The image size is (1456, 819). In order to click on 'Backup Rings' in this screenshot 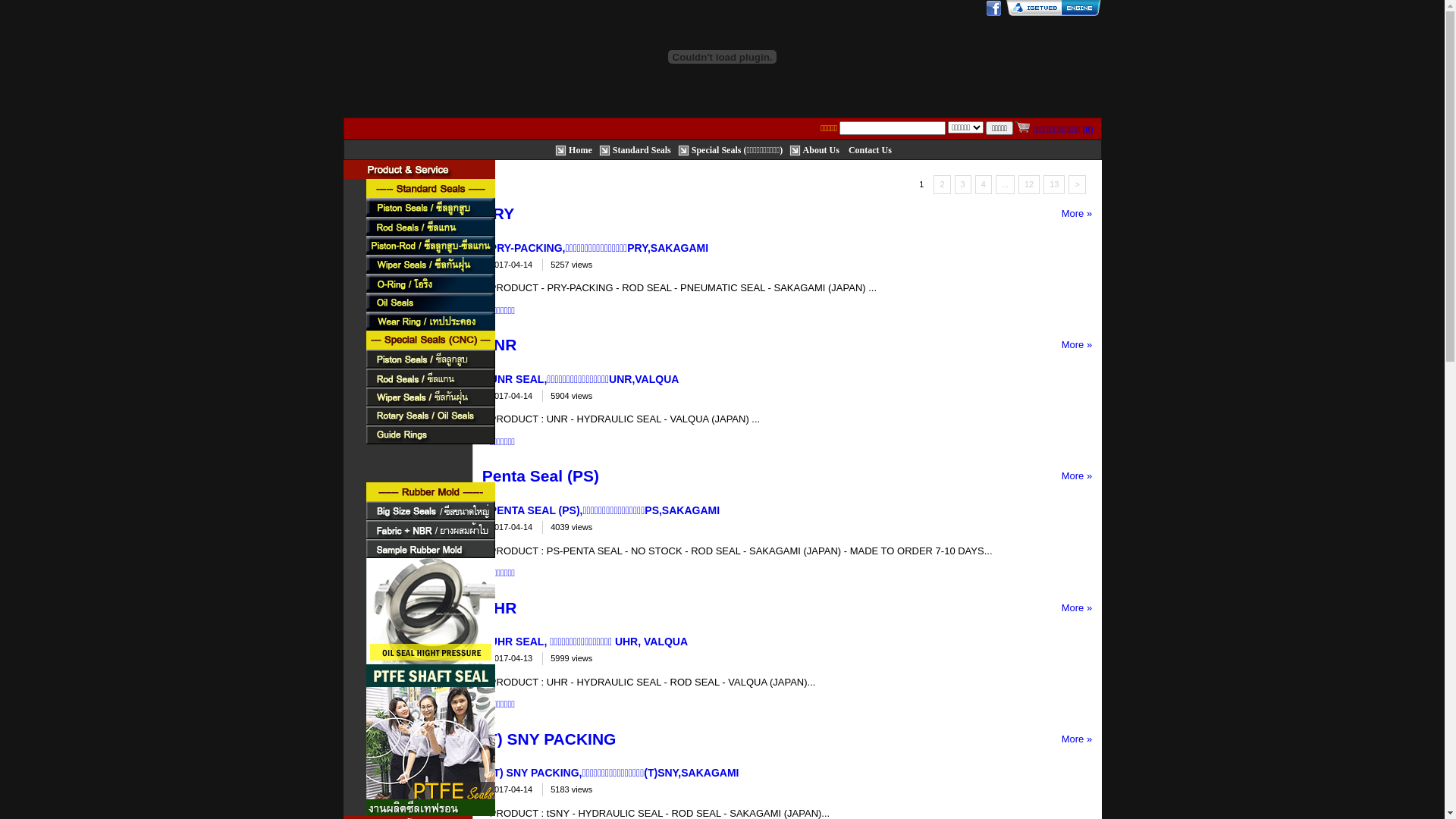, I will do `click(428, 453)`.